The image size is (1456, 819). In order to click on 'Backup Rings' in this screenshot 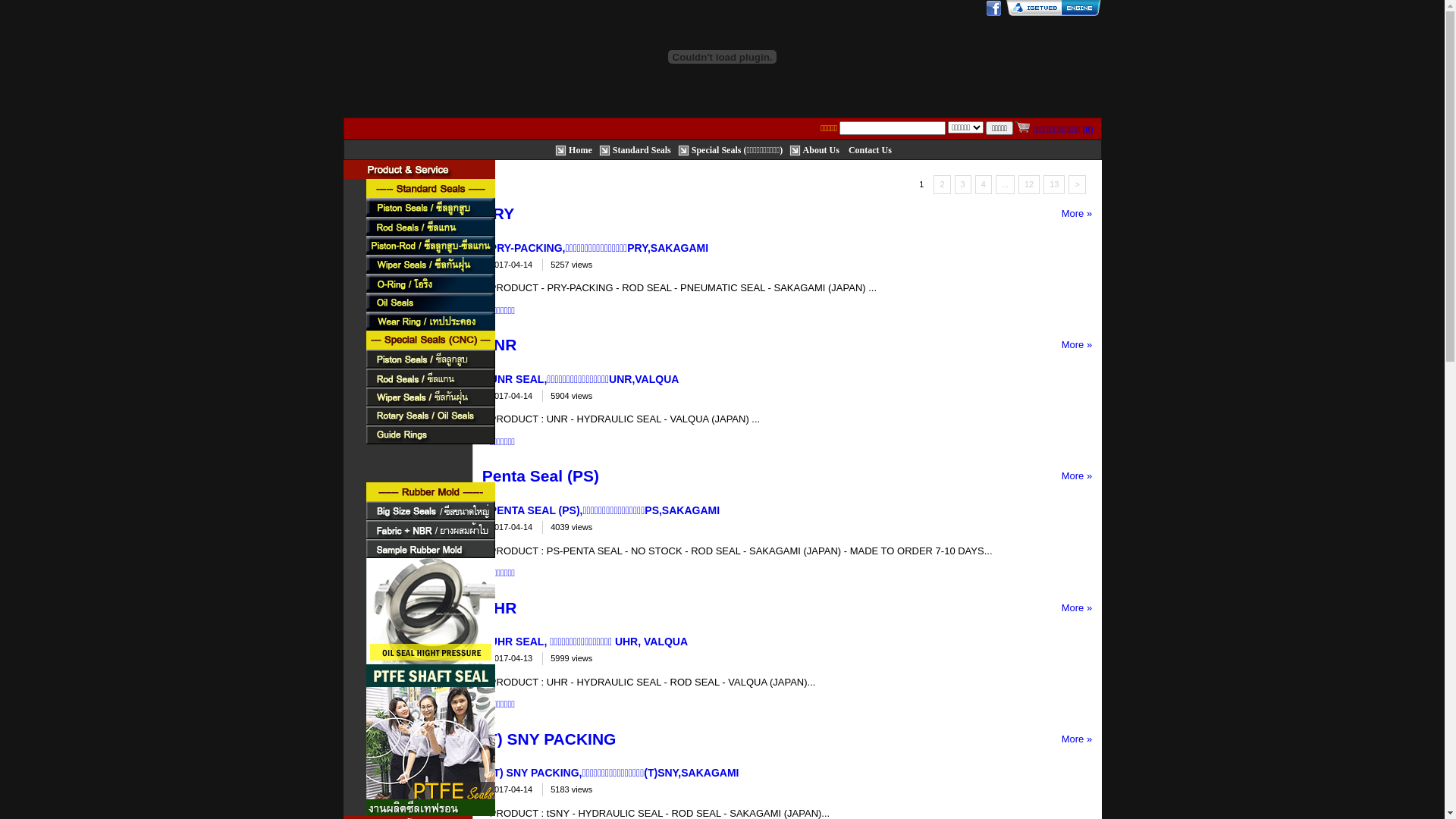, I will do `click(428, 453)`.